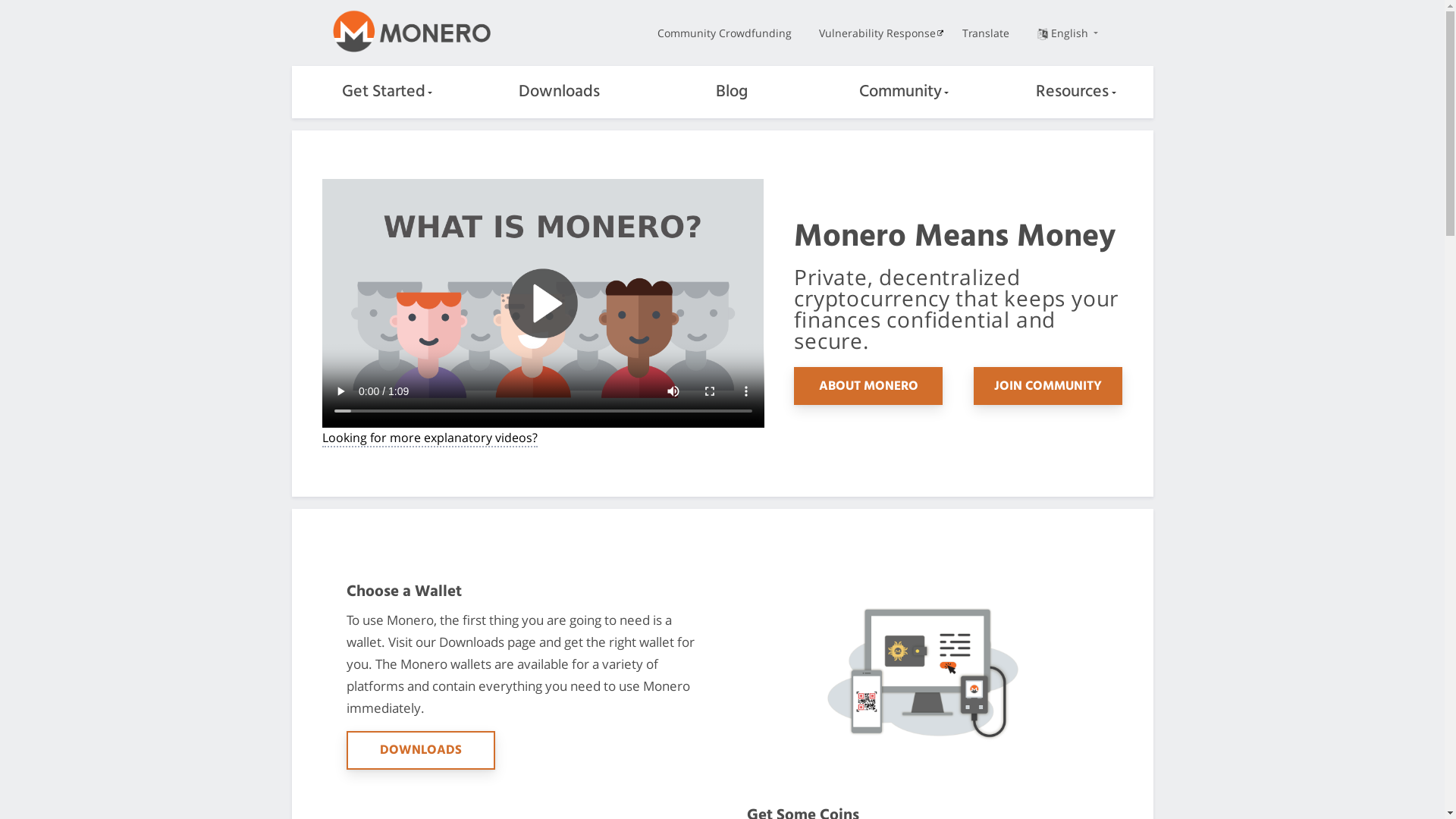 The width and height of the screenshot is (1456, 819). What do you see at coordinates (986, 33) in the screenshot?
I see `'Translate'` at bounding box center [986, 33].